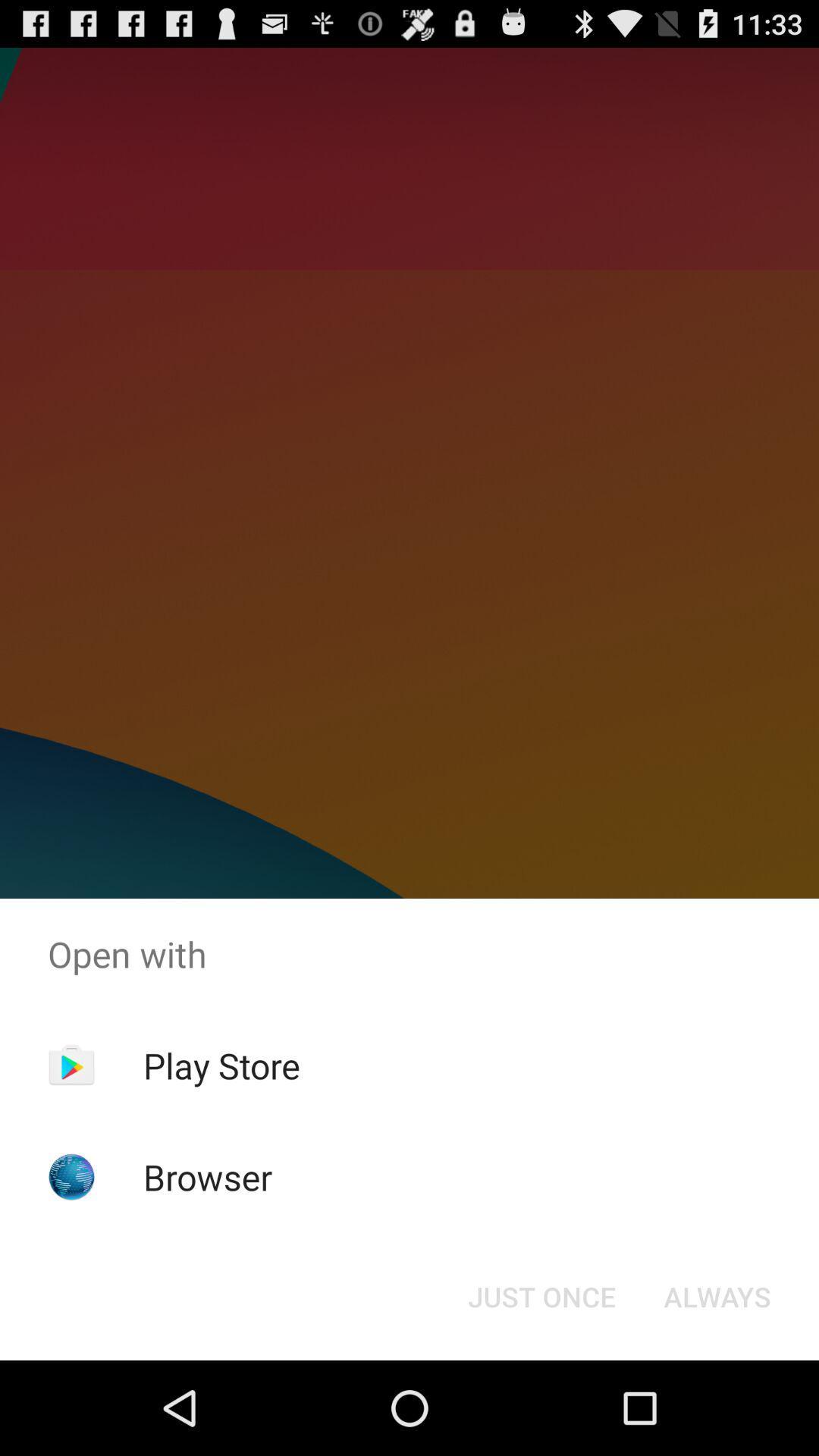 The height and width of the screenshot is (1456, 819). What do you see at coordinates (541, 1295) in the screenshot?
I see `the just once` at bounding box center [541, 1295].